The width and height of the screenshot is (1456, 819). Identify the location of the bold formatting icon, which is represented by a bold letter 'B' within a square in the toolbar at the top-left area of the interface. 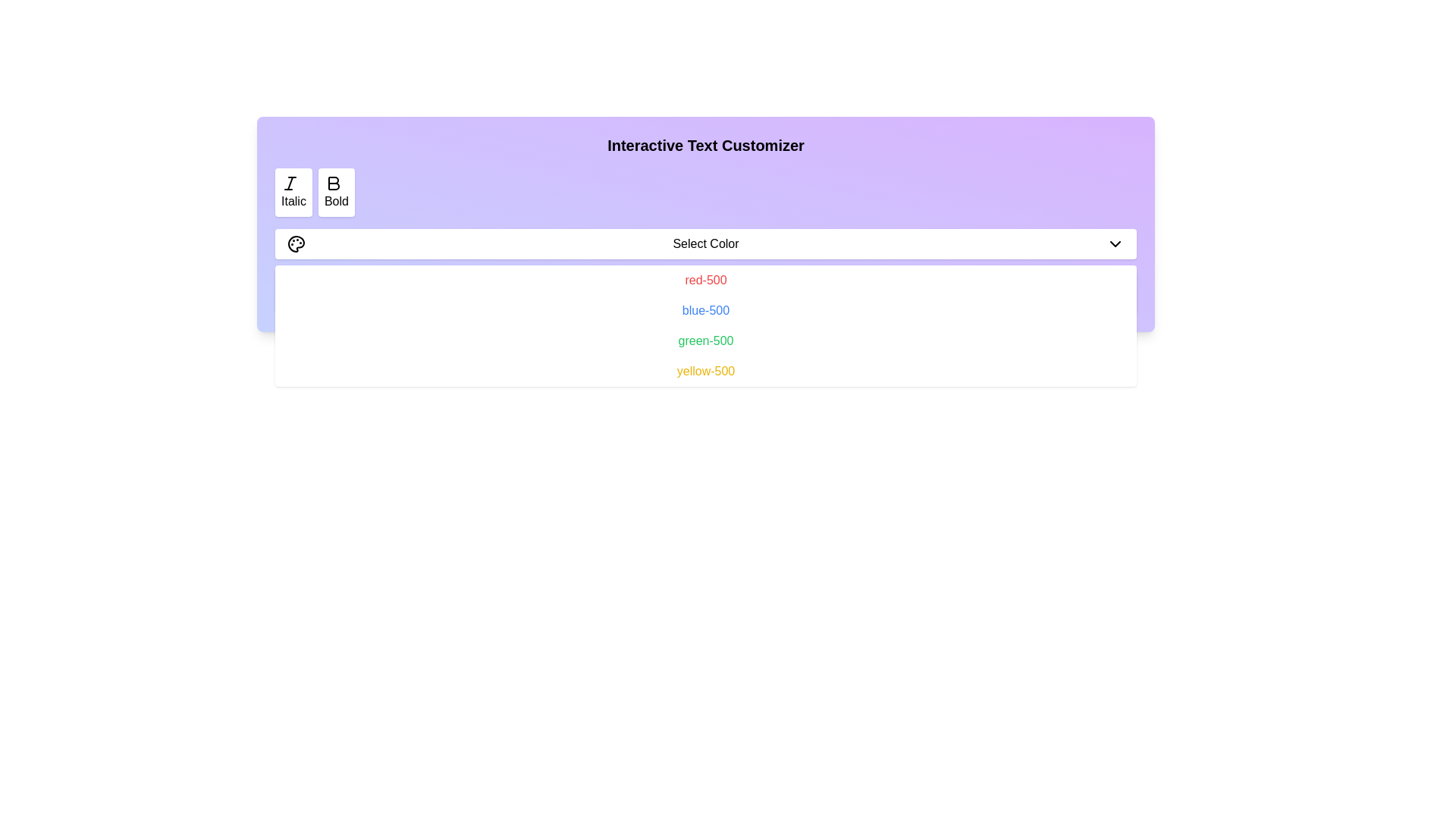
(333, 183).